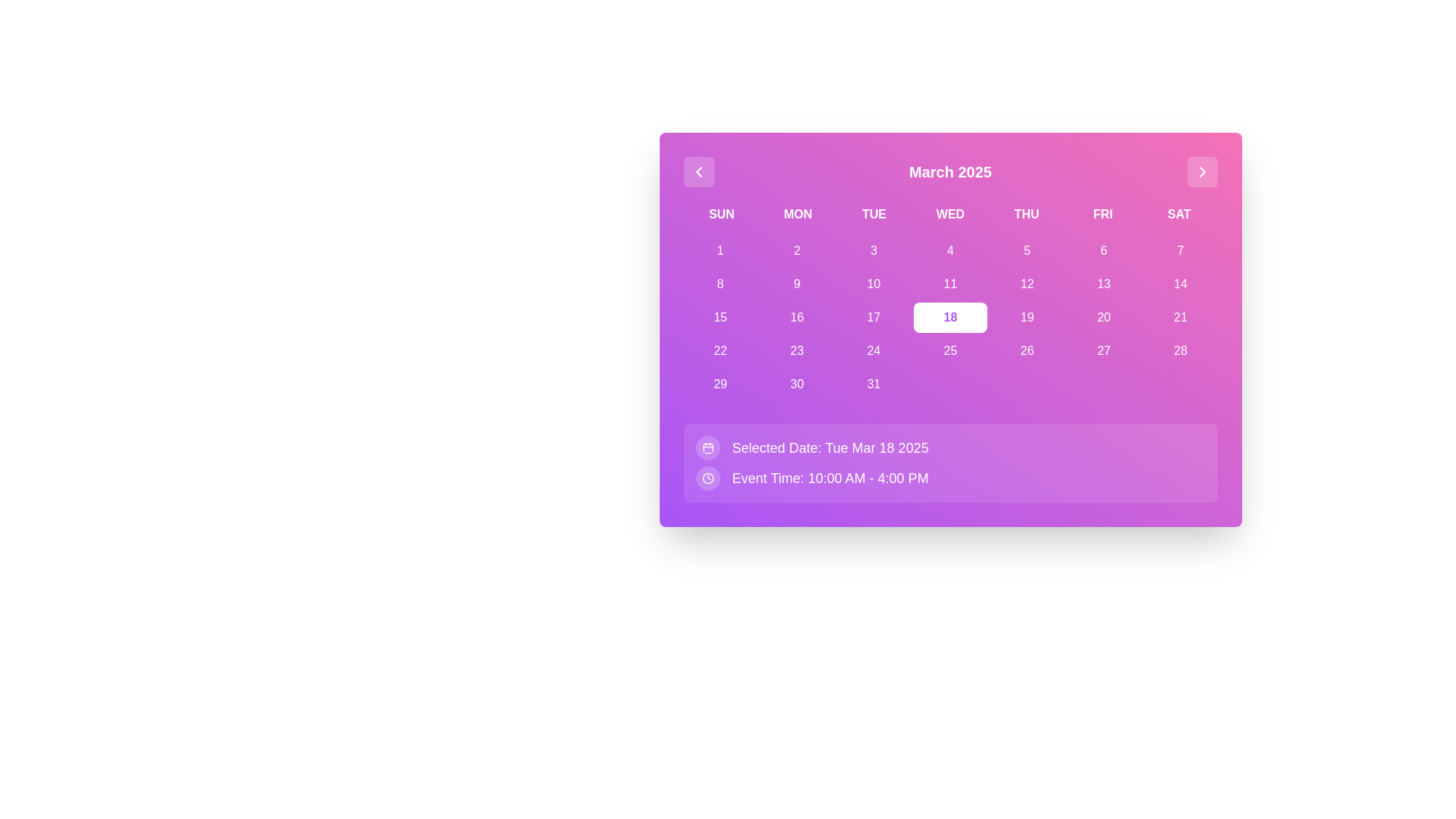 The width and height of the screenshot is (1456, 819). Describe the element at coordinates (796, 350) in the screenshot. I see `the button representing the date '23' in the March 2025 calendar grid` at that location.